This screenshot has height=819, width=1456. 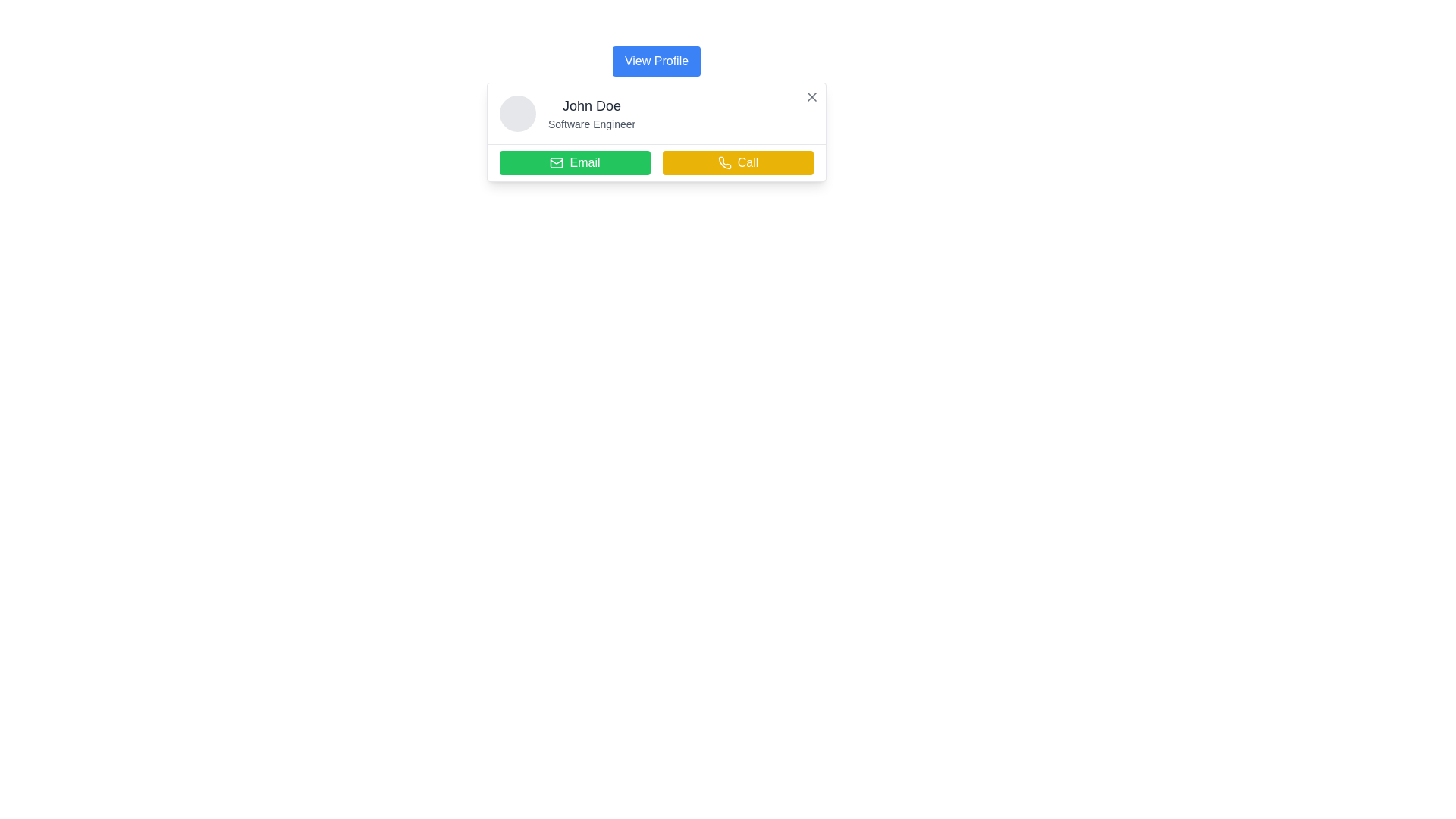 What do you see at coordinates (723, 162) in the screenshot?
I see `the phone icon located towards the right in a horizontal row of two buttons within the user profile card for accessibility interaction` at bounding box center [723, 162].